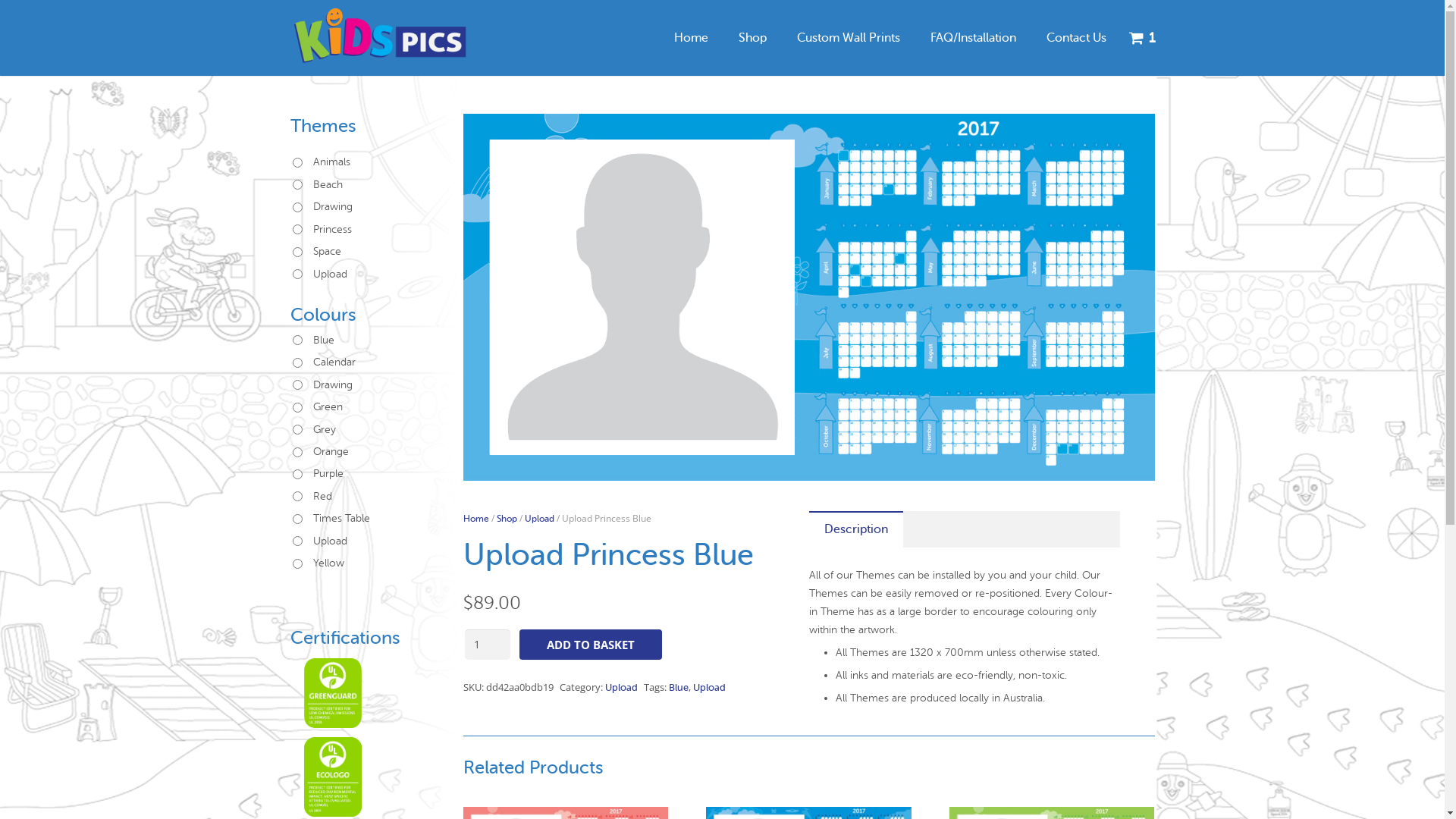 Image resolution: width=1456 pixels, height=819 pixels. I want to click on 'Contact Us', so click(1031, 37).